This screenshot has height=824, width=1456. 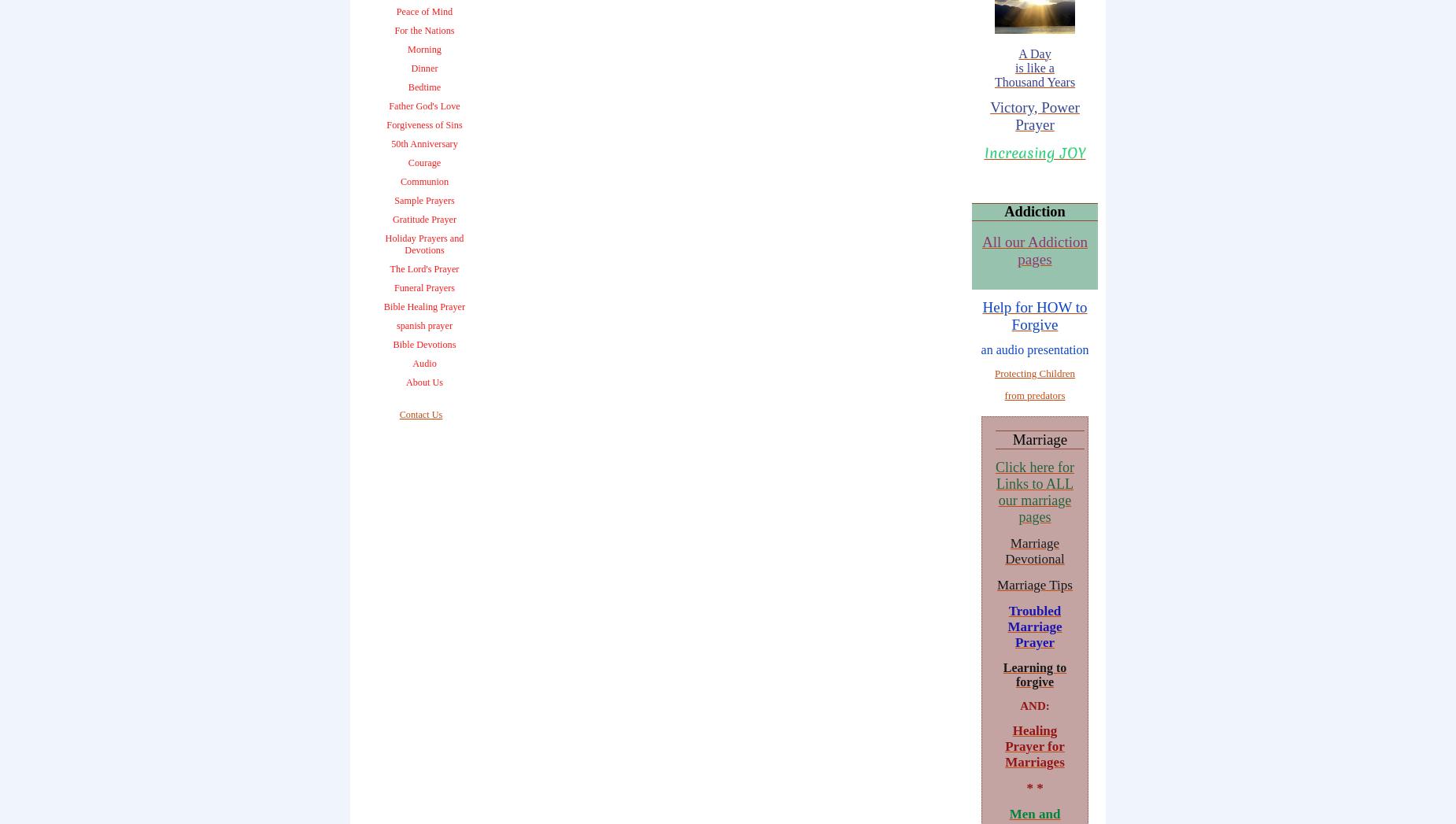 What do you see at coordinates (424, 50) in the screenshot?
I see `'Morning'` at bounding box center [424, 50].